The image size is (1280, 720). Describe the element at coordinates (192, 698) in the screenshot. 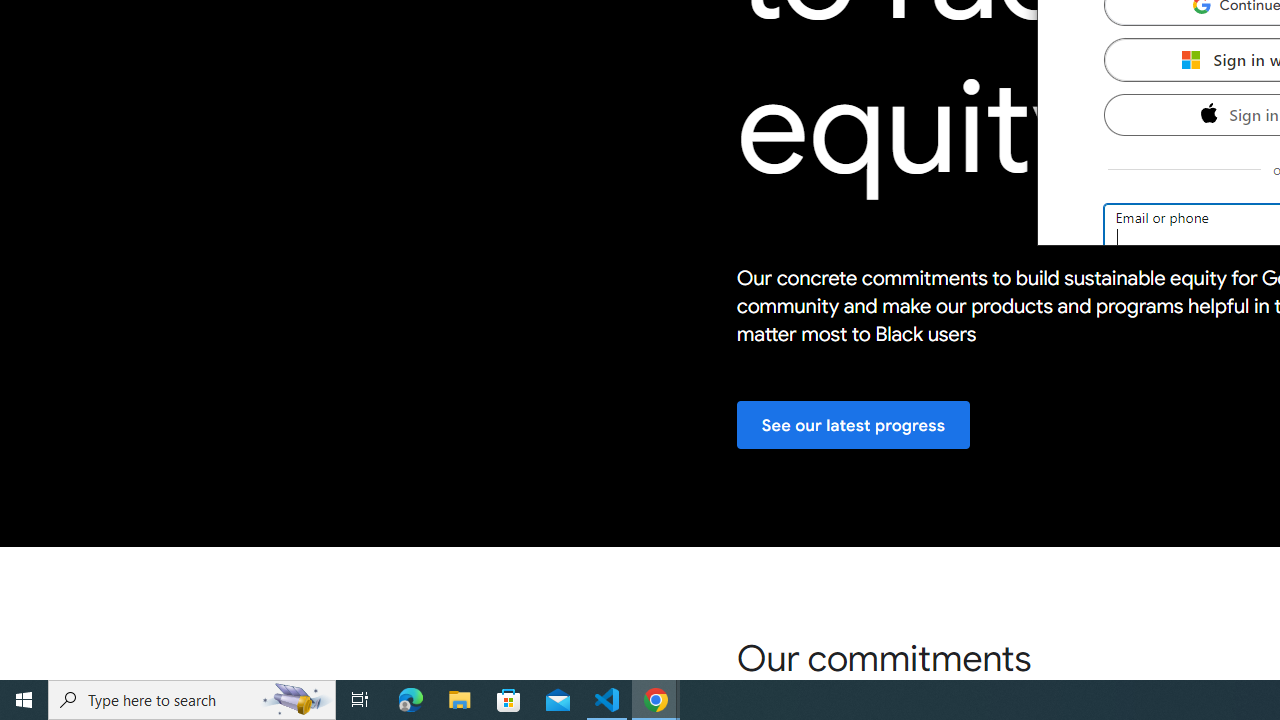

I see `'Type here to search'` at that location.